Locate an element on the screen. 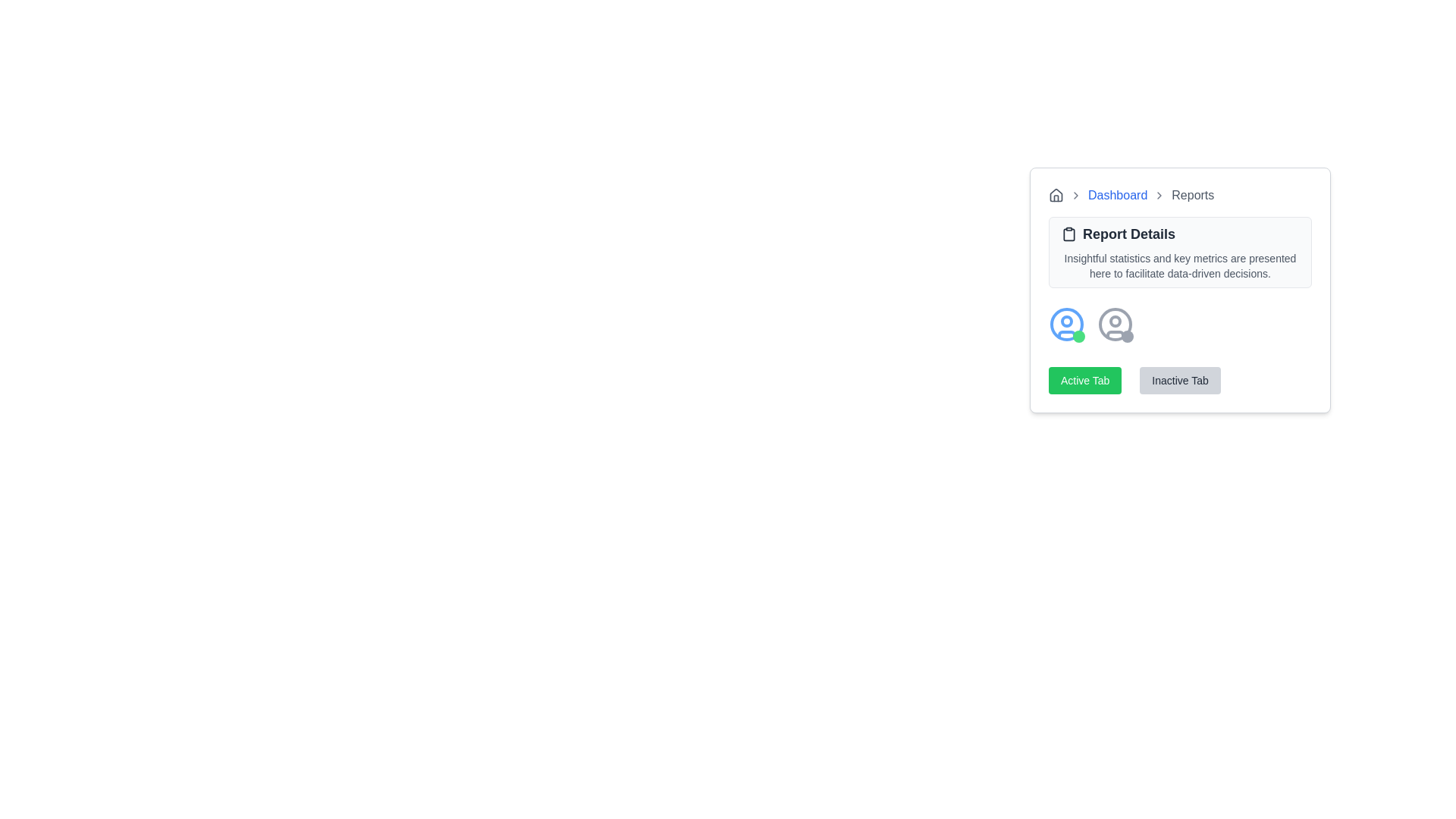  the clipboard icon element that is positioned to the left of the 'Report Details' section header is located at coordinates (1068, 234).